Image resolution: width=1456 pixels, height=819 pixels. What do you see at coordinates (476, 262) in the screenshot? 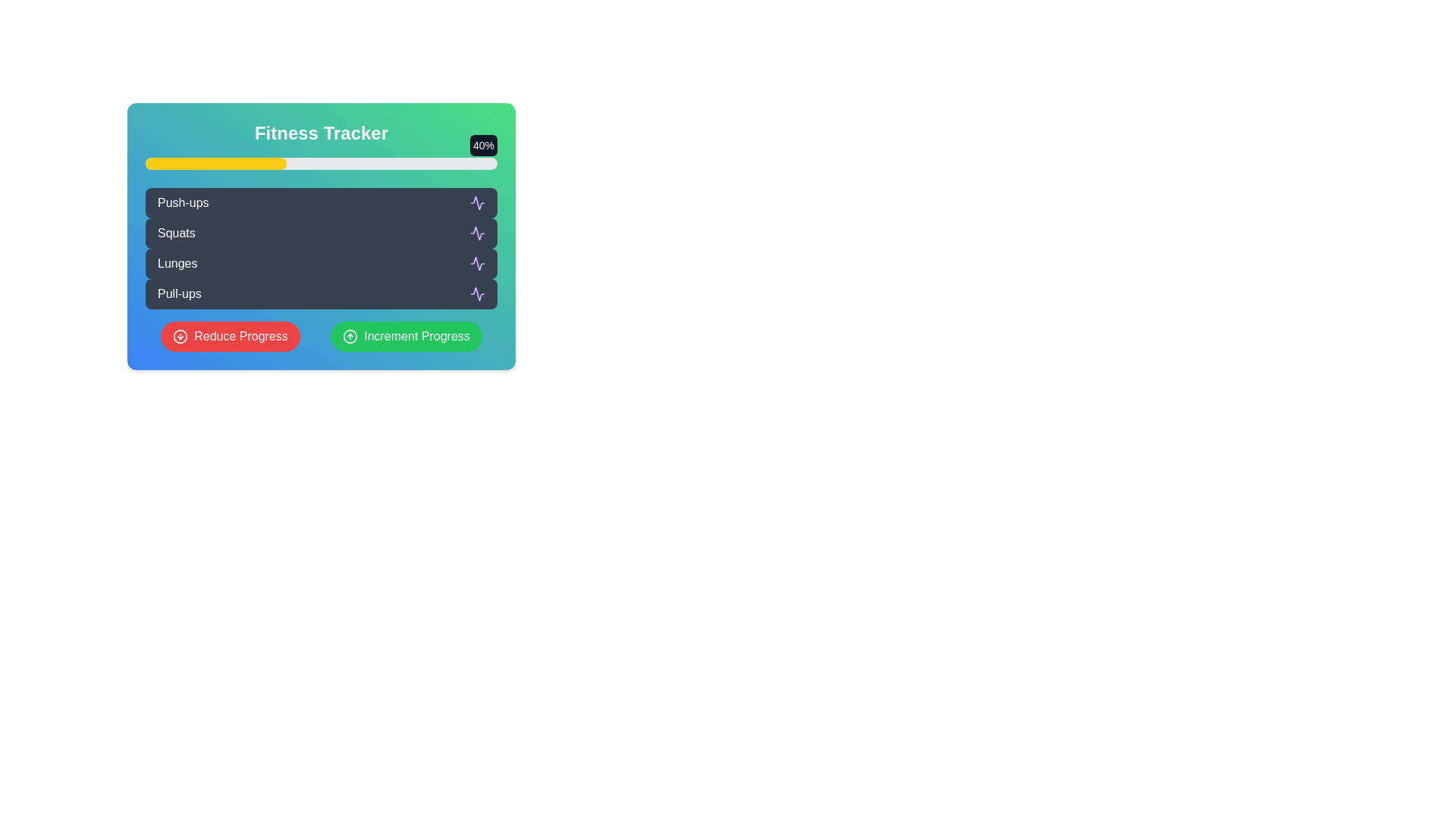
I see `the Lunges icon located in the third position of the list, aligned to the right side of the label 'Lunges'` at bounding box center [476, 262].